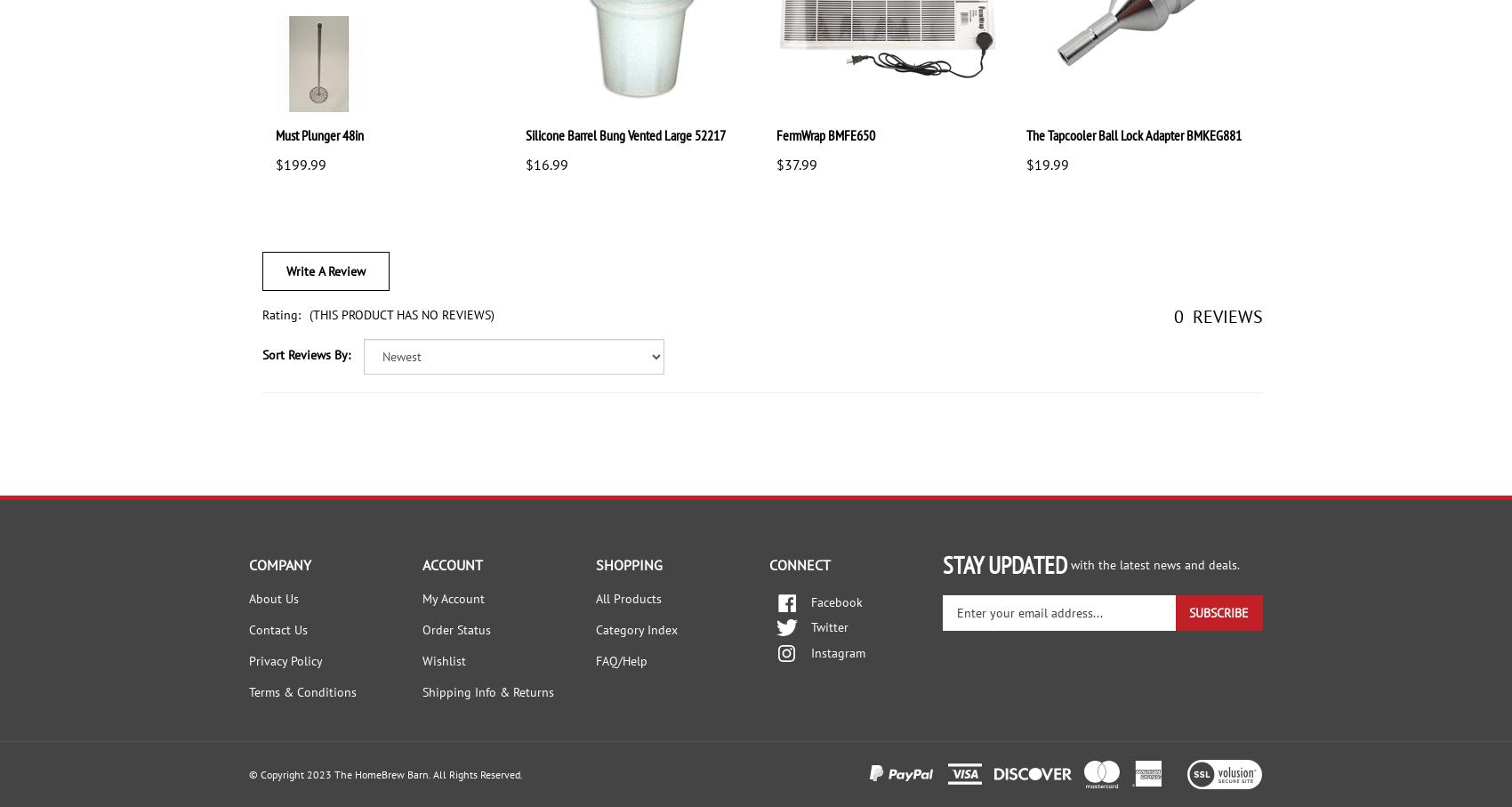  I want to click on 'Silicone Barrel Bung Vented Large 52217', so click(625, 134).